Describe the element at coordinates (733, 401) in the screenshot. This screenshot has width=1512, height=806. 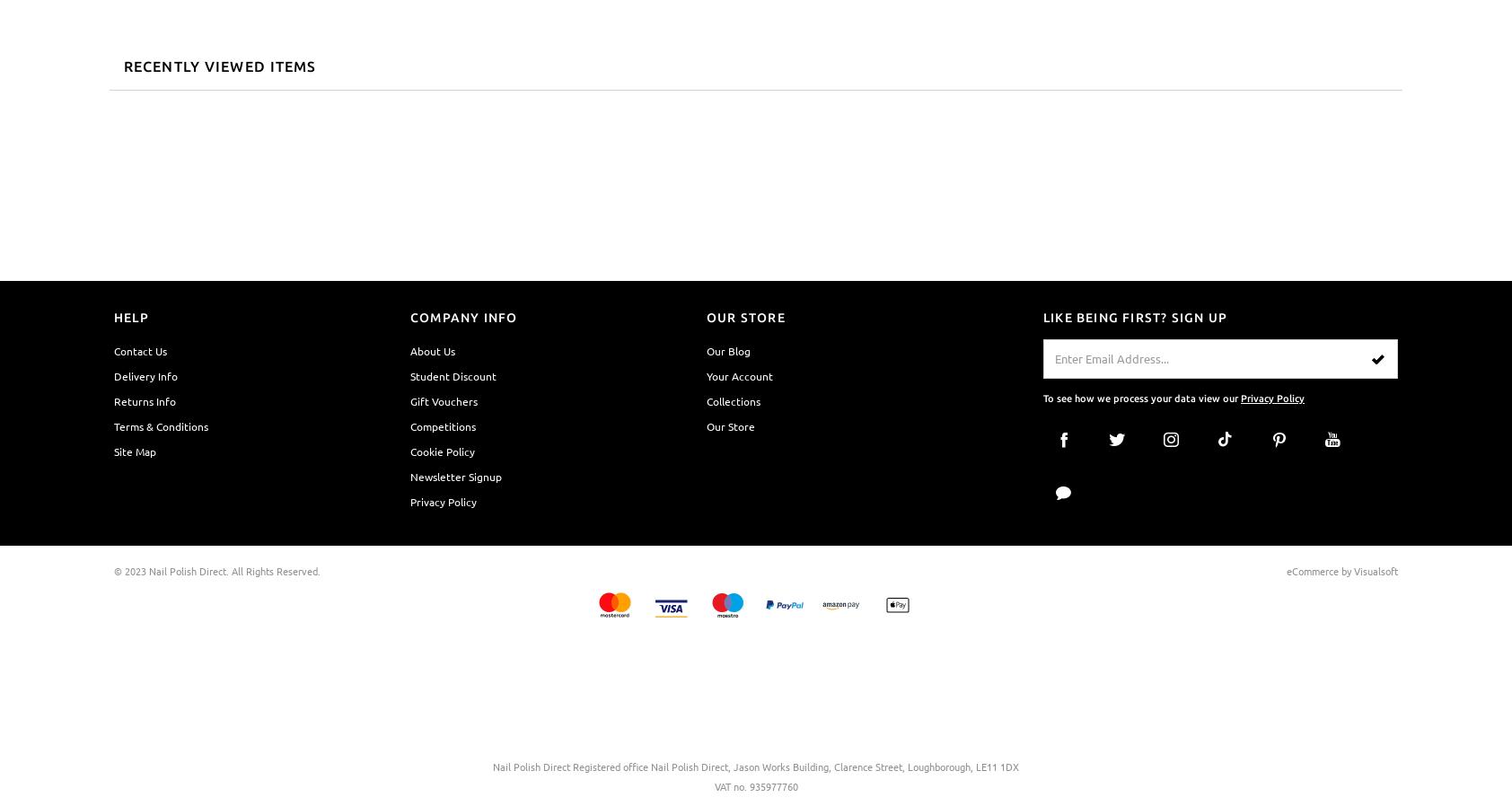
I see `'Collections'` at that location.